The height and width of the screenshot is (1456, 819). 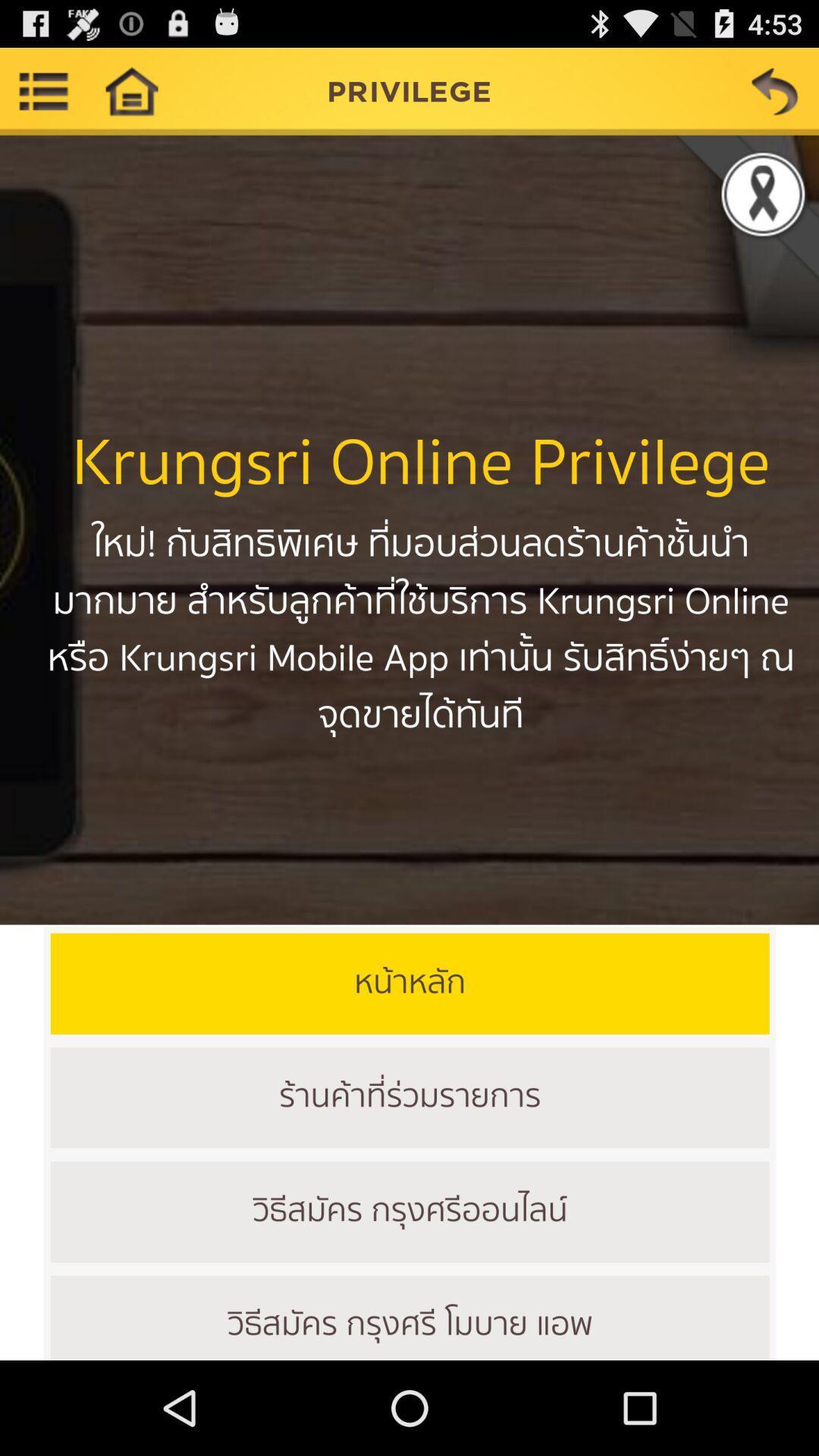 What do you see at coordinates (775, 90) in the screenshot?
I see `previous` at bounding box center [775, 90].